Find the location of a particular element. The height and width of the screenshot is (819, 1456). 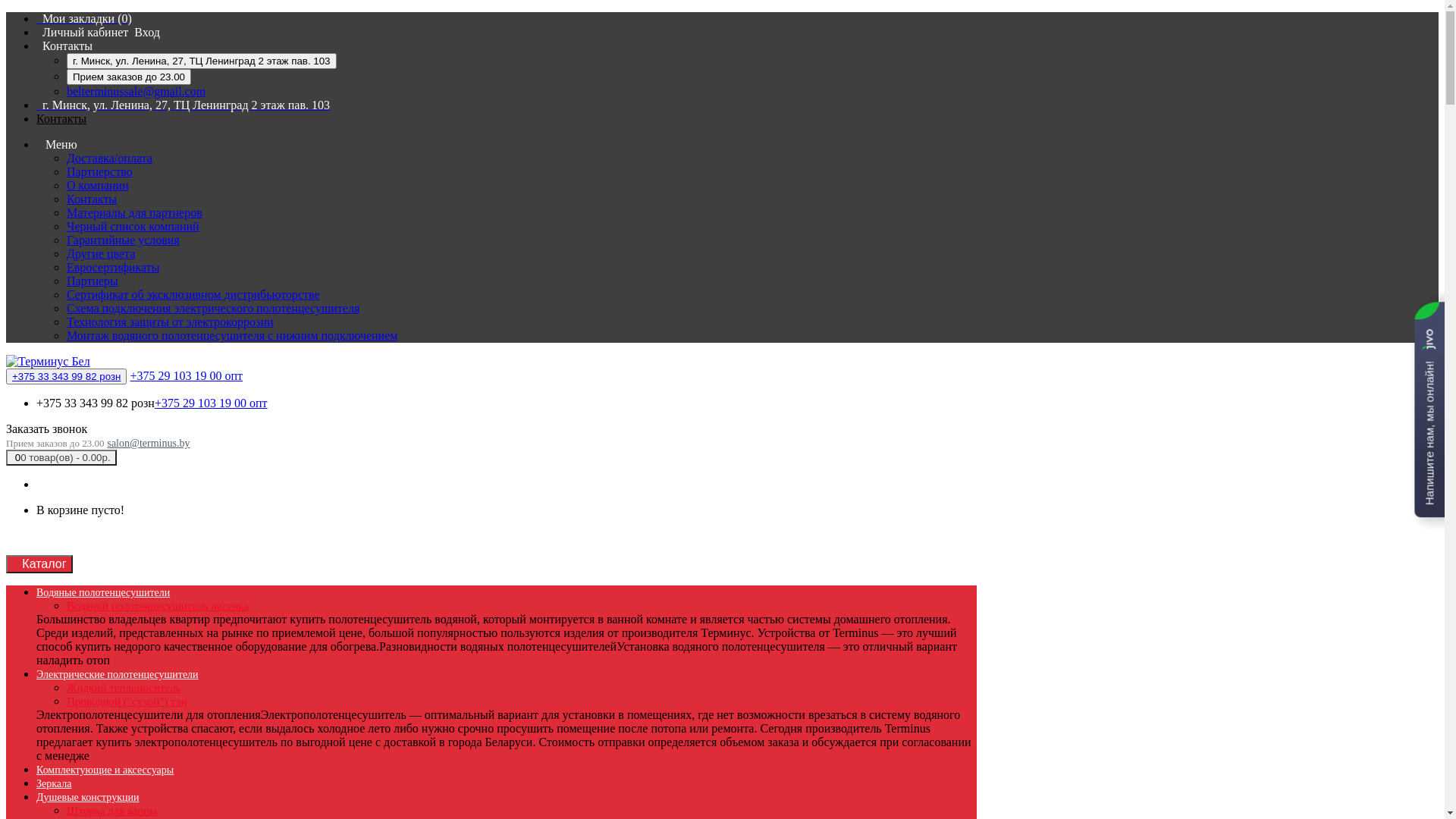

'belterminussale@gmail.com' is located at coordinates (136, 91).